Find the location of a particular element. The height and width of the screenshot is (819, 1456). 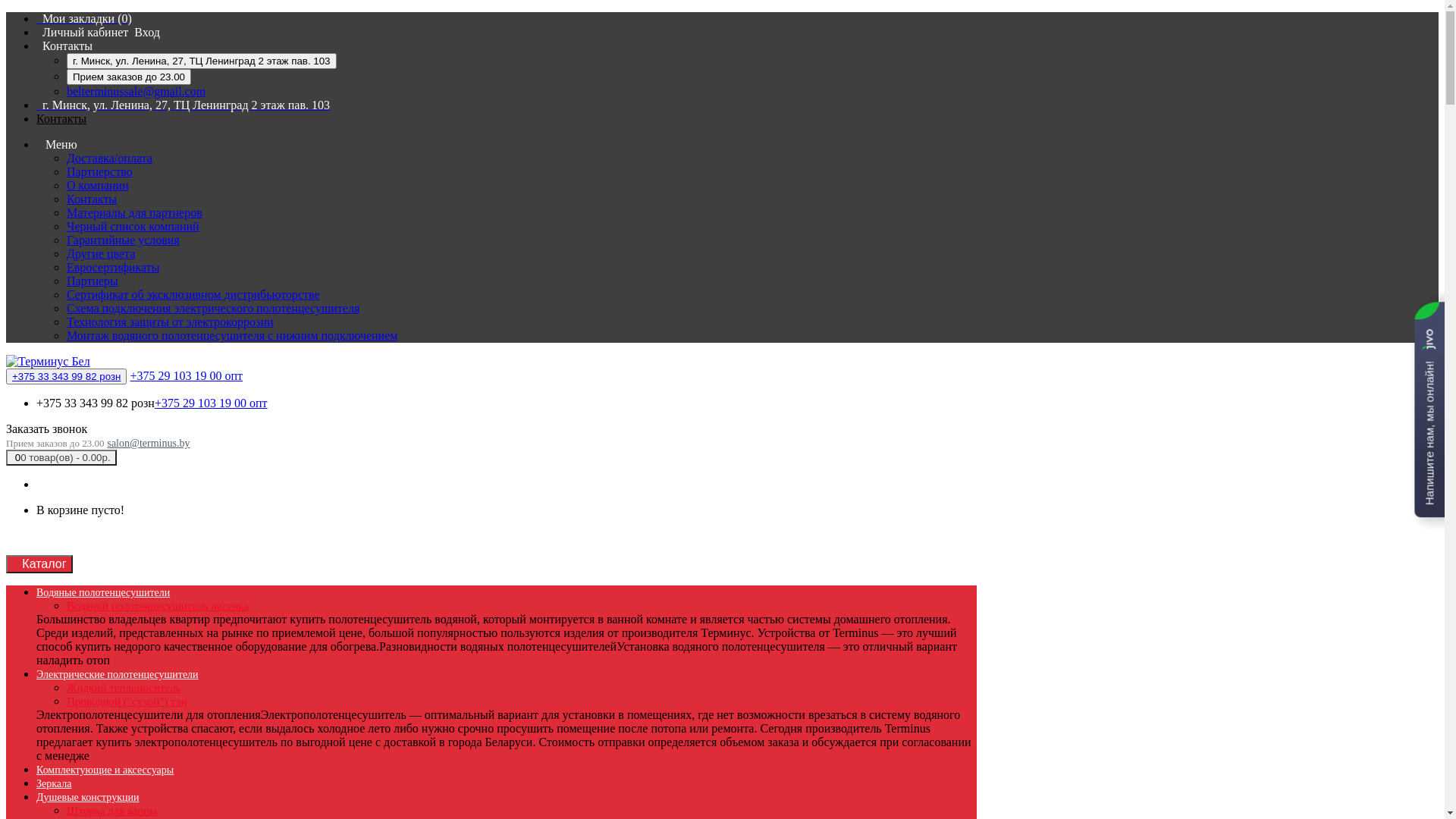

'belterminussale@gmail.com' is located at coordinates (136, 91).